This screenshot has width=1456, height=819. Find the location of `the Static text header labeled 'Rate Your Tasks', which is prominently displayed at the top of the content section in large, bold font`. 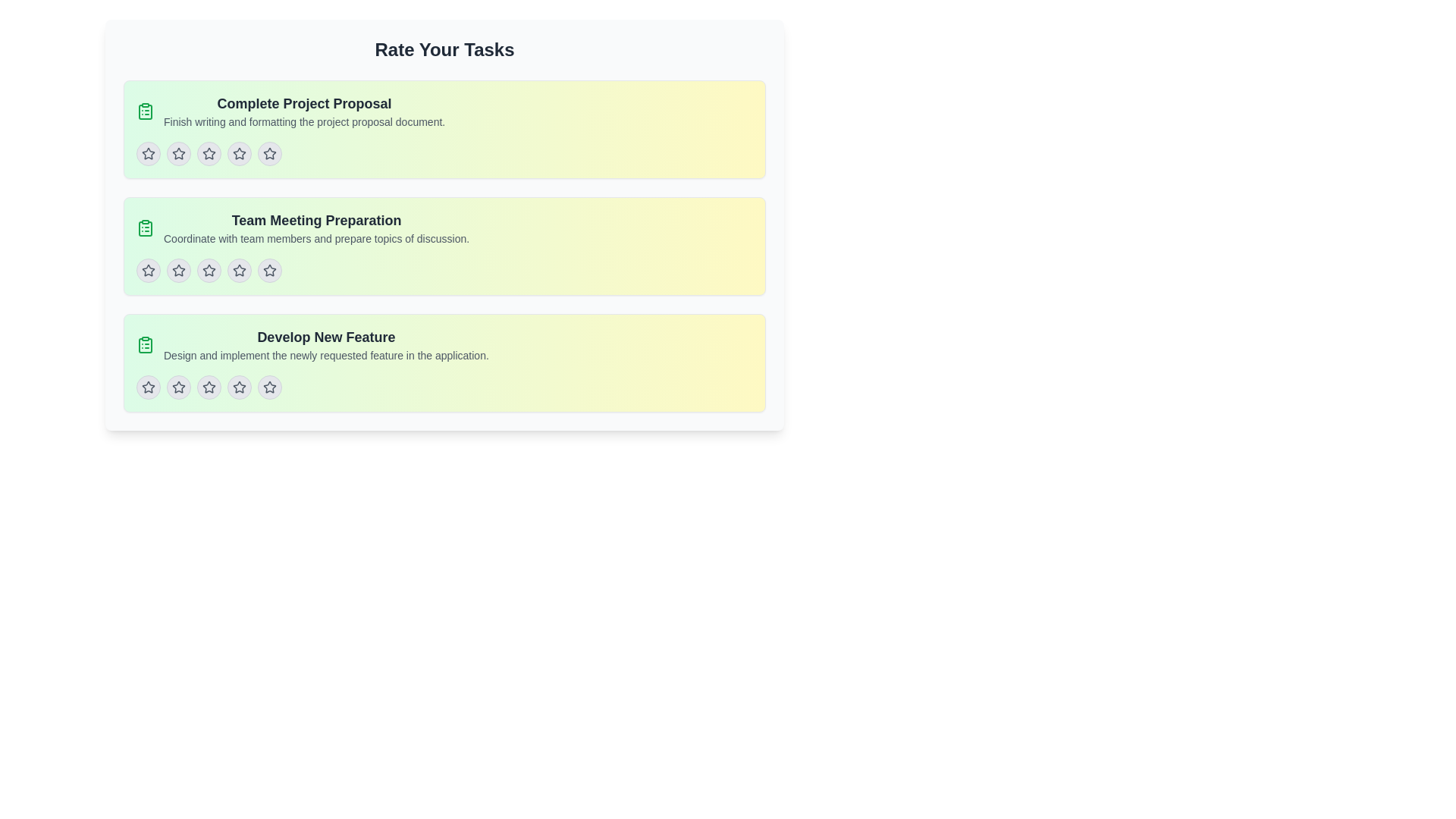

the Static text header labeled 'Rate Your Tasks', which is prominently displayed at the top of the content section in large, bold font is located at coordinates (444, 49).